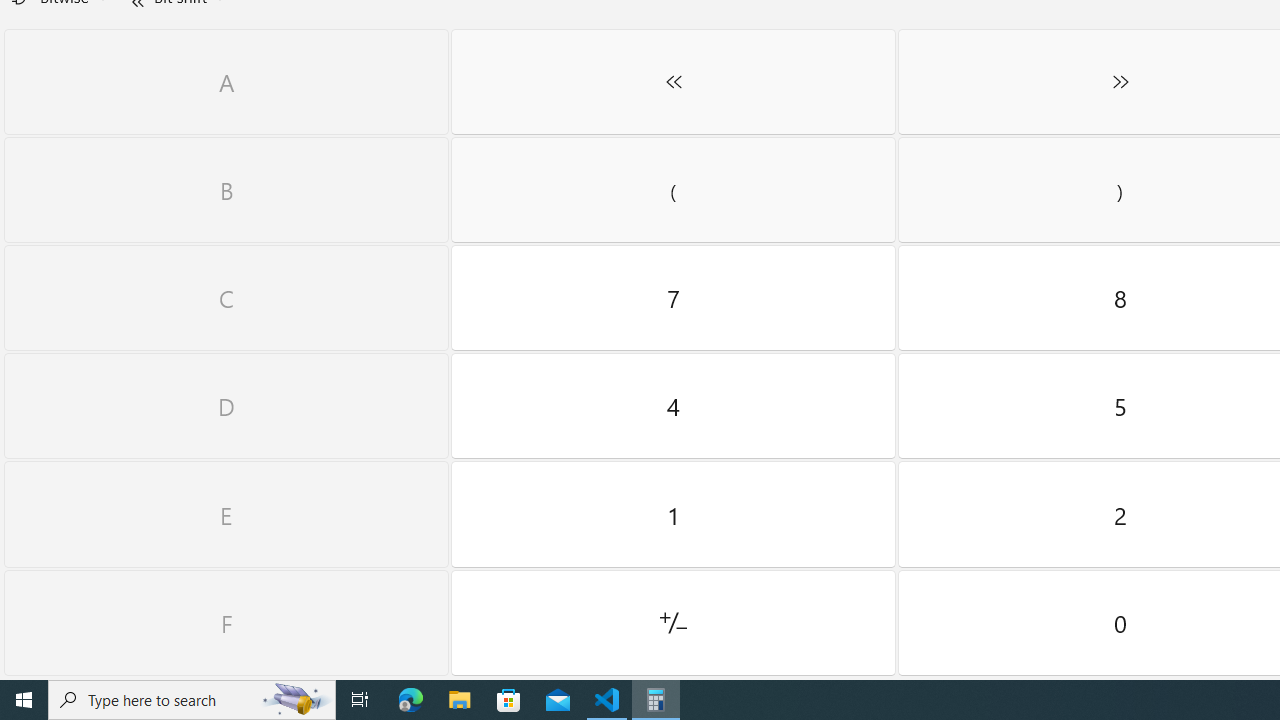 The width and height of the screenshot is (1280, 720). What do you see at coordinates (359, 698) in the screenshot?
I see `'Task View'` at bounding box center [359, 698].